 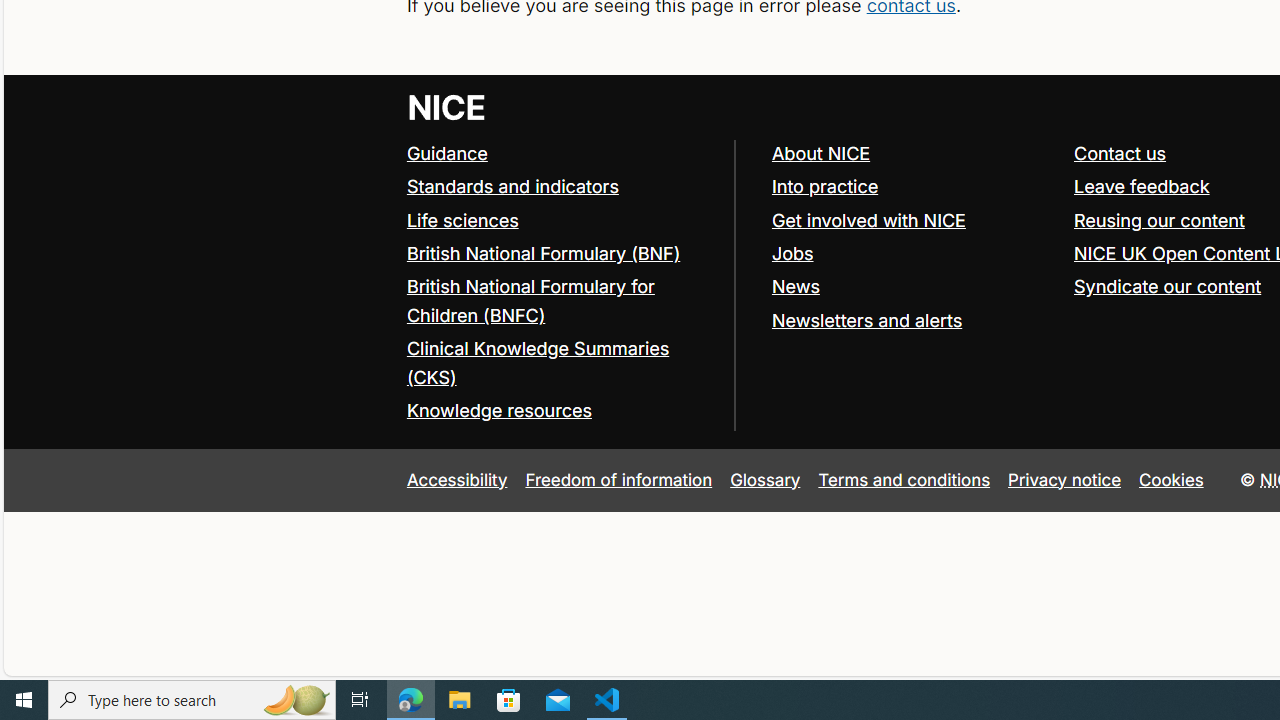 What do you see at coordinates (461, 219) in the screenshot?
I see `'Life sciences'` at bounding box center [461, 219].